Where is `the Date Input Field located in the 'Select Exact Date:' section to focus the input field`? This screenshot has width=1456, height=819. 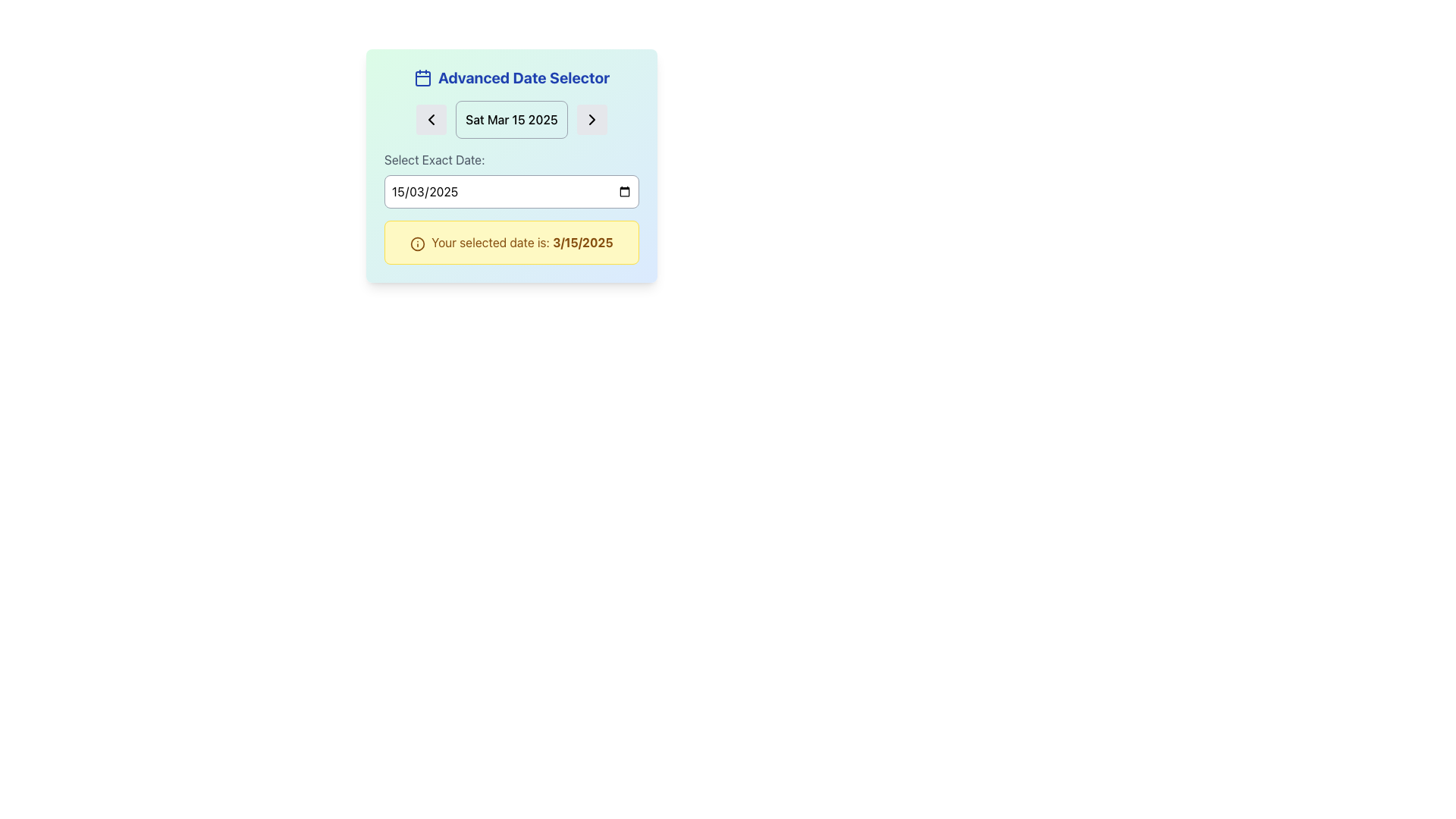
the Date Input Field located in the 'Select Exact Date:' section to focus the input field is located at coordinates (512, 191).